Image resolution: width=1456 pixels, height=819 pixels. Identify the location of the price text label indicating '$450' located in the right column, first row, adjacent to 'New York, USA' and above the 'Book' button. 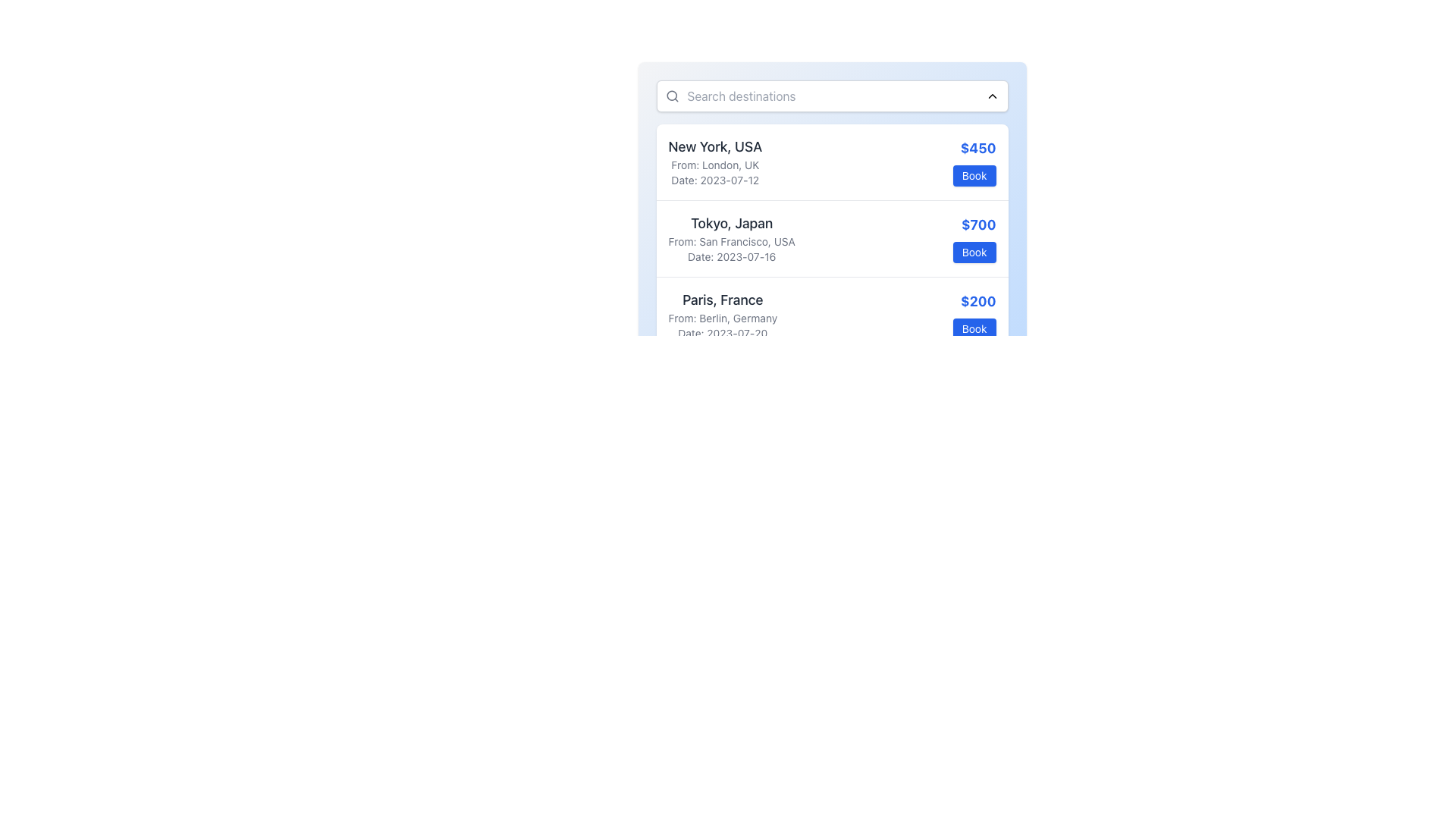
(974, 149).